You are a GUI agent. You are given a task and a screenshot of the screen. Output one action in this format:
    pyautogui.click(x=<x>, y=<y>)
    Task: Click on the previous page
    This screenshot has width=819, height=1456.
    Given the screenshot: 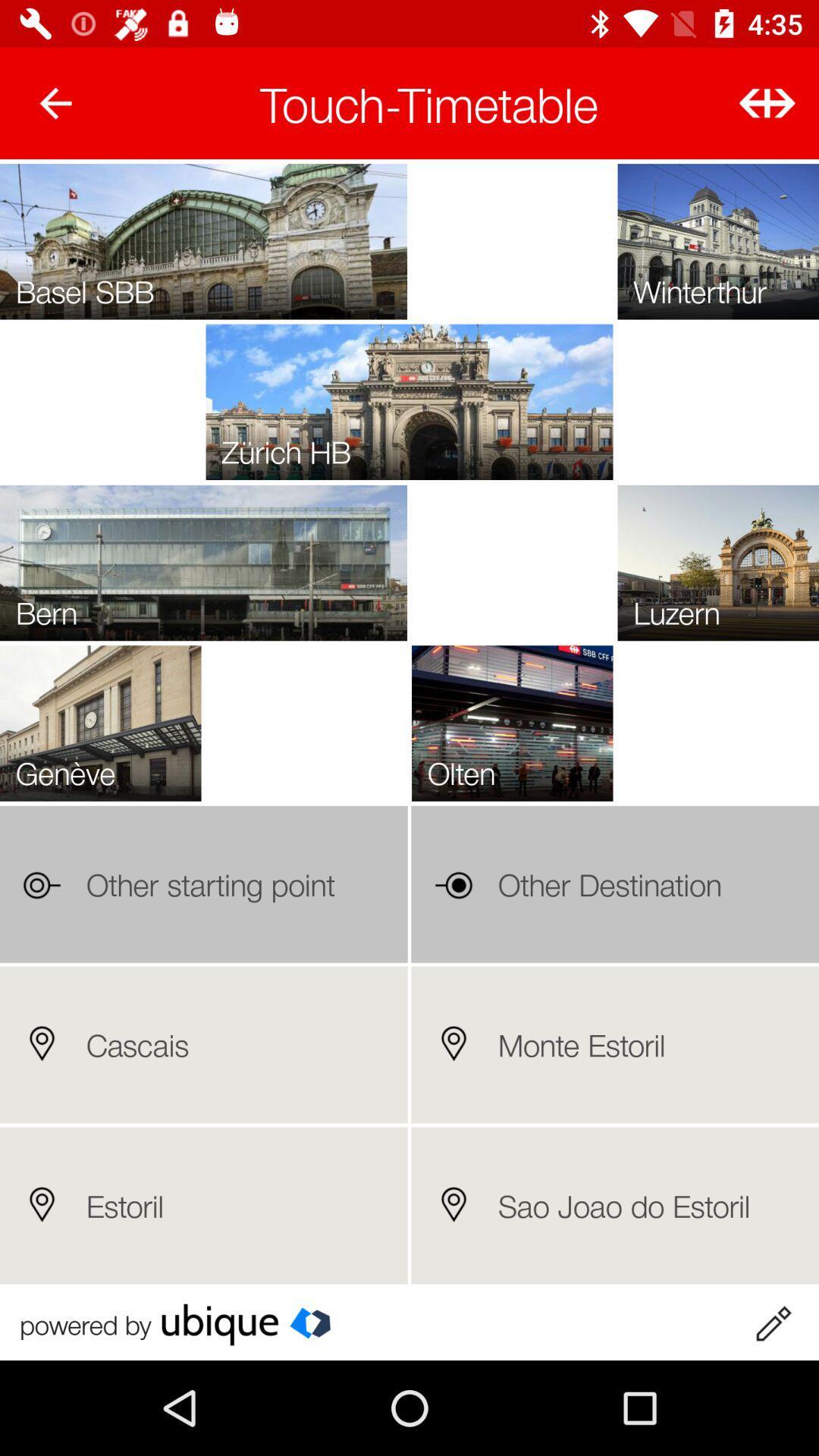 What is the action you would take?
    pyautogui.click(x=55, y=102)
    